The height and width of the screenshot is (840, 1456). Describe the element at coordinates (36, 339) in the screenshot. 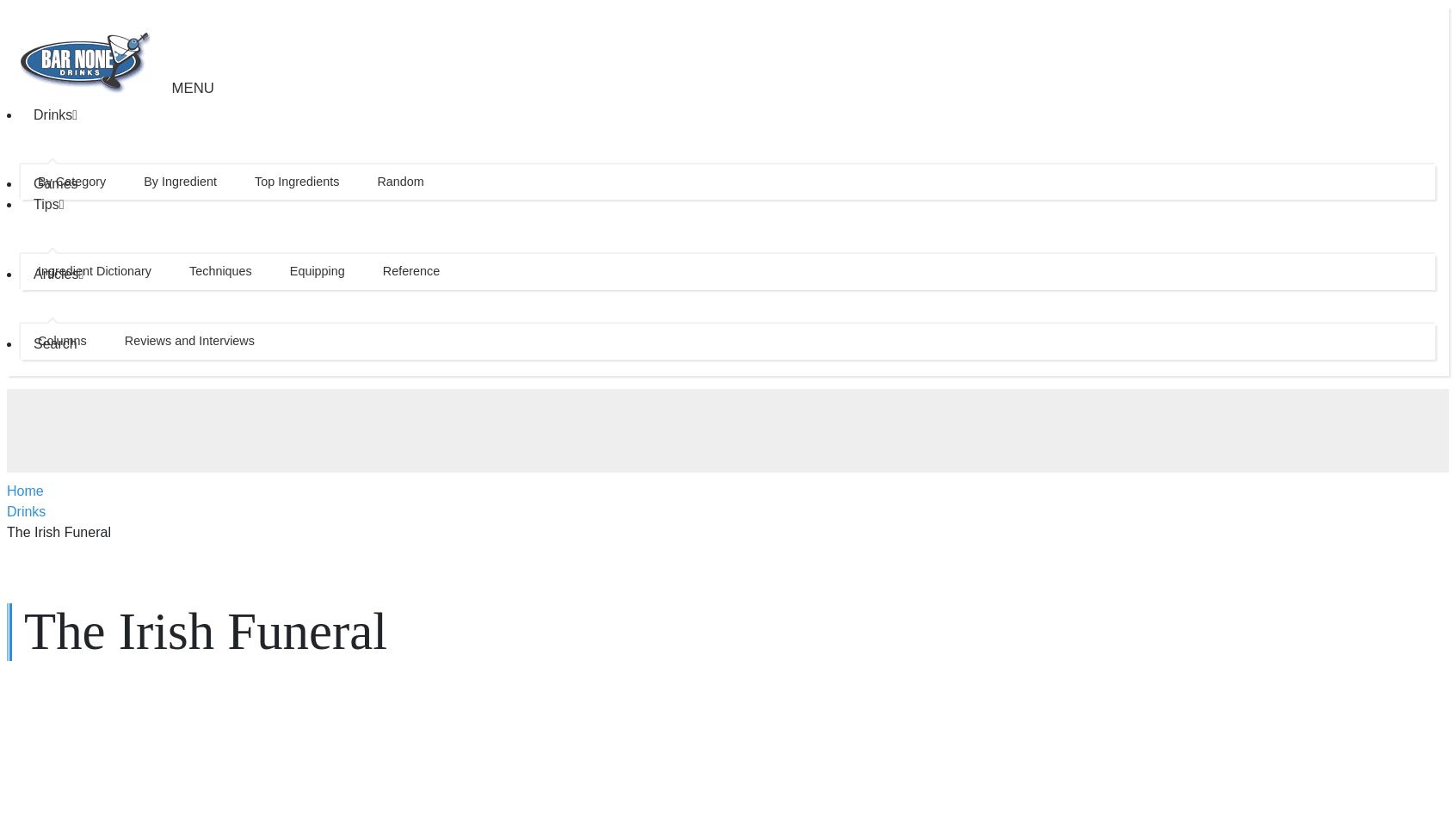

I see `'Columns'` at that location.